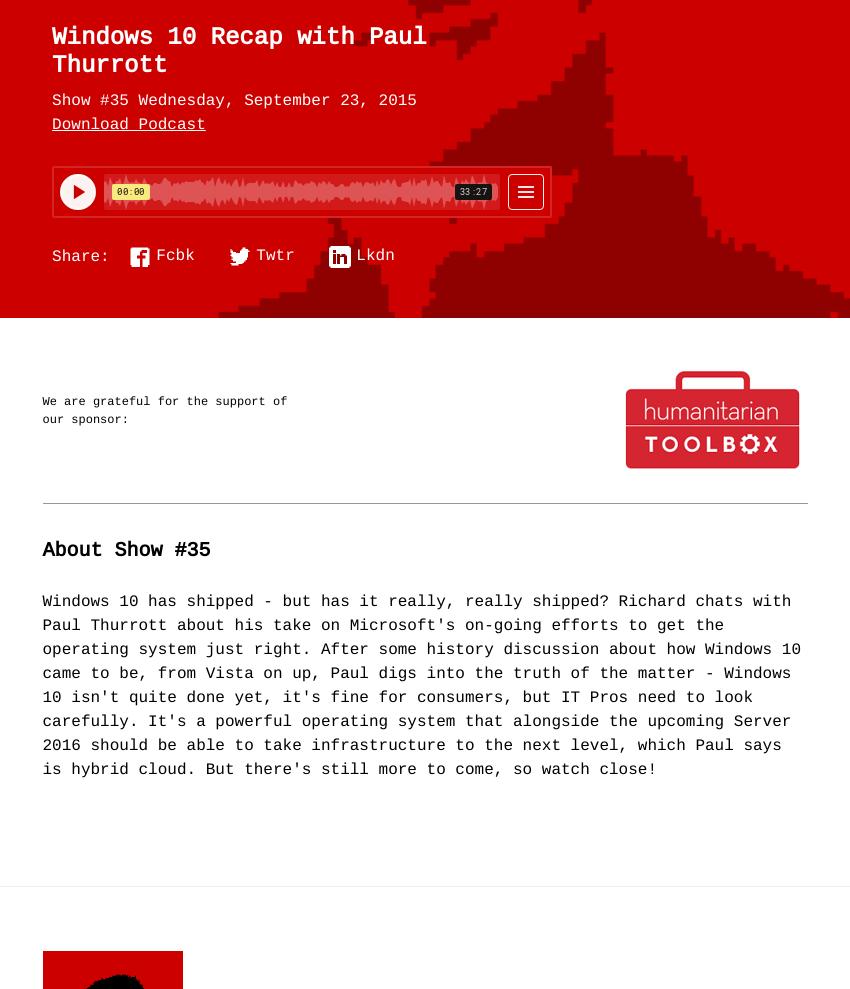 The height and width of the screenshot is (989, 850). What do you see at coordinates (128, 124) in the screenshot?
I see `'Download Podcast'` at bounding box center [128, 124].